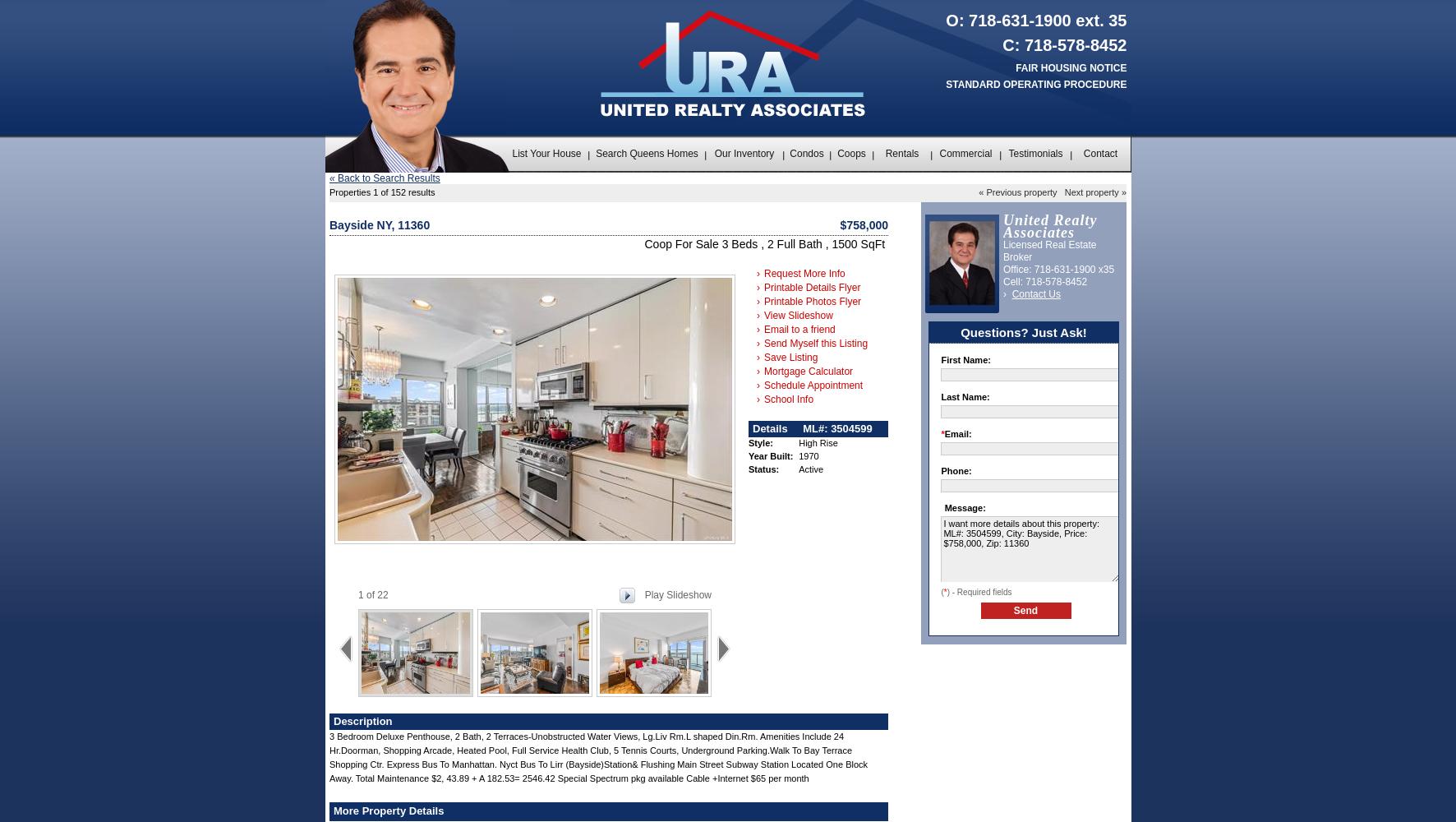 This screenshot has height=822, width=1456. What do you see at coordinates (420, 192) in the screenshot?
I see `'results'` at bounding box center [420, 192].